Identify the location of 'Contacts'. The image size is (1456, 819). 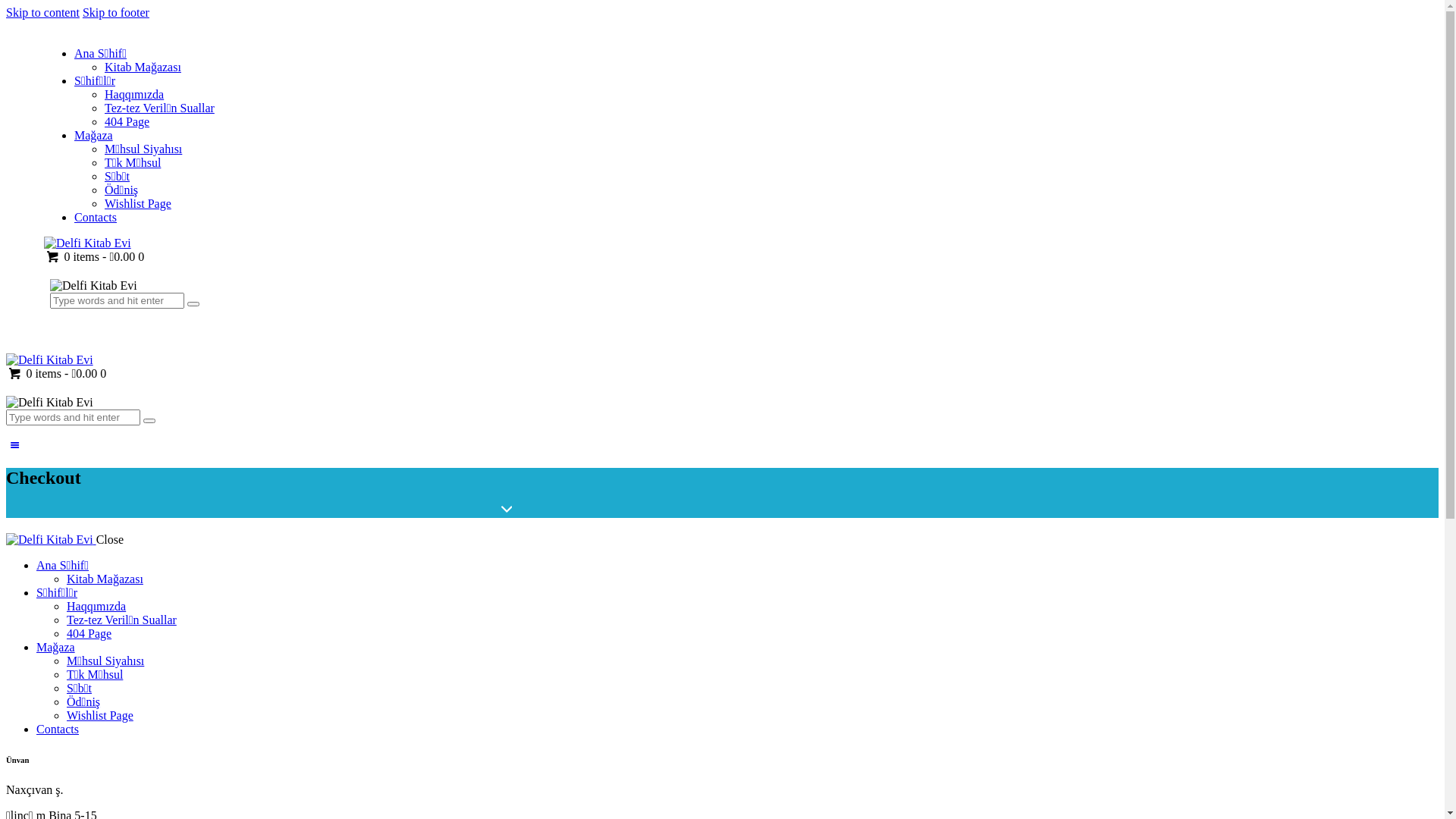
(58, 728).